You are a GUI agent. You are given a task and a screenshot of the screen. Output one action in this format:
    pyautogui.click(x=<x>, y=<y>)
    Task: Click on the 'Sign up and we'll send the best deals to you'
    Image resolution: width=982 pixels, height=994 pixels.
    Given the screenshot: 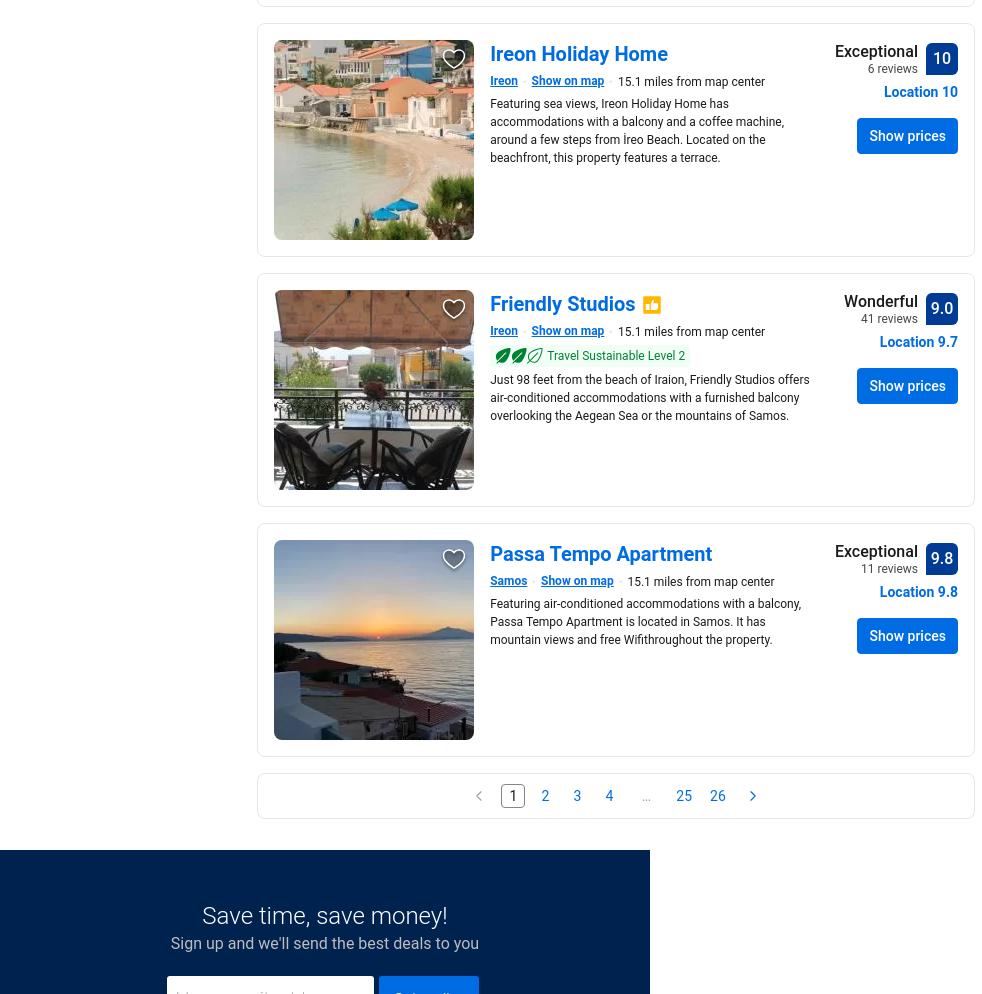 What is the action you would take?
    pyautogui.click(x=324, y=943)
    